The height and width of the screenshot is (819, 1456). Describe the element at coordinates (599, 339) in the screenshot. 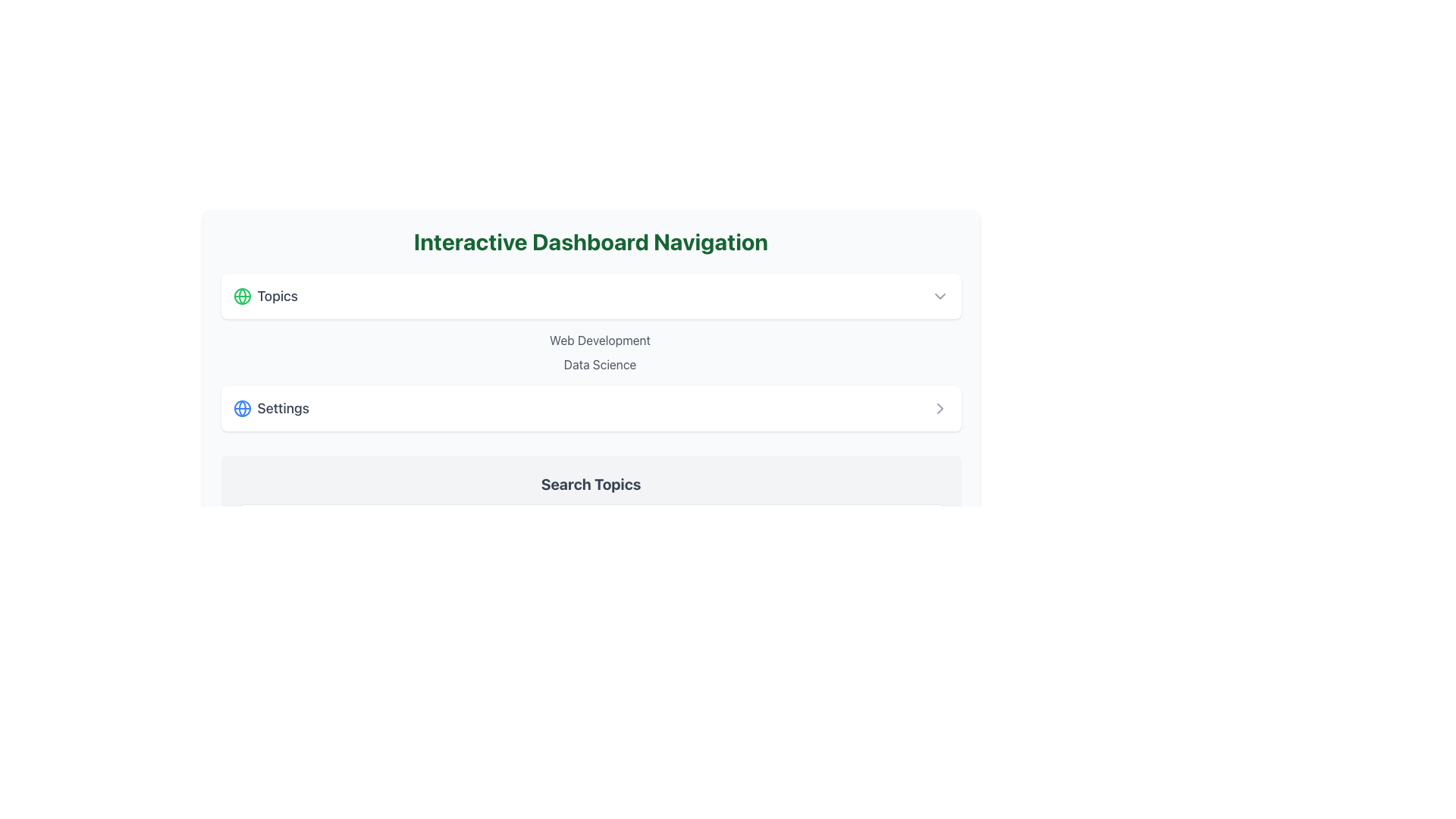

I see `the hyperlink labeled 'Web Development' under the 'Interactive Dashboard Navigation' section` at that location.